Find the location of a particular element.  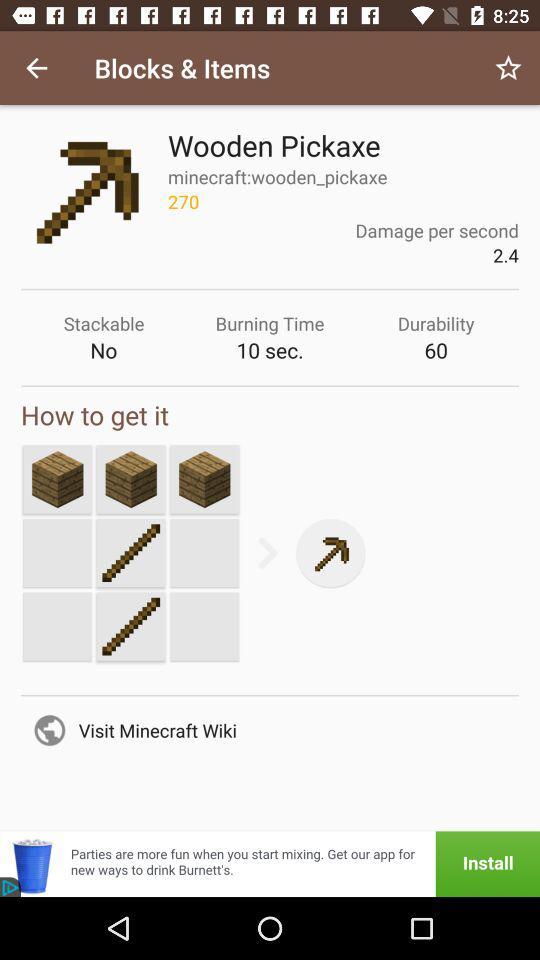

the icon next to the blocks & items icon is located at coordinates (36, 68).